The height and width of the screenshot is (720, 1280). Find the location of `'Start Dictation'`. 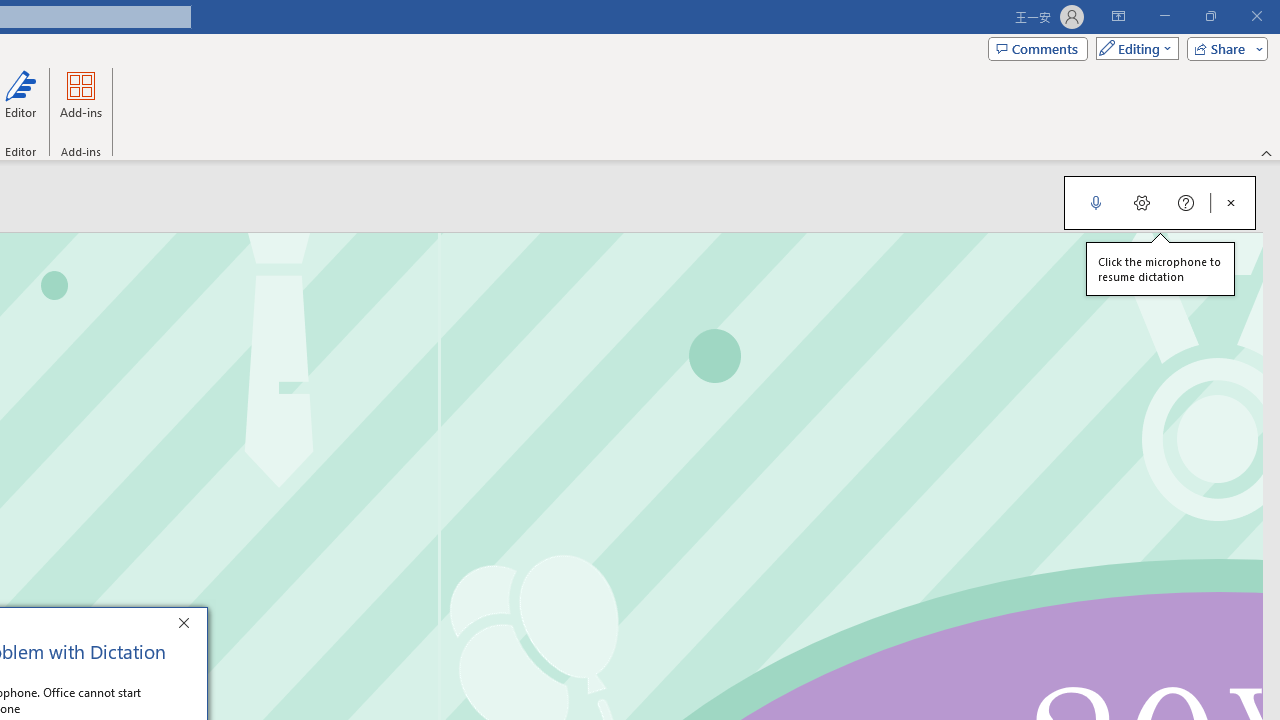

'Start Dictation' is located at coordinates (1095, 203).